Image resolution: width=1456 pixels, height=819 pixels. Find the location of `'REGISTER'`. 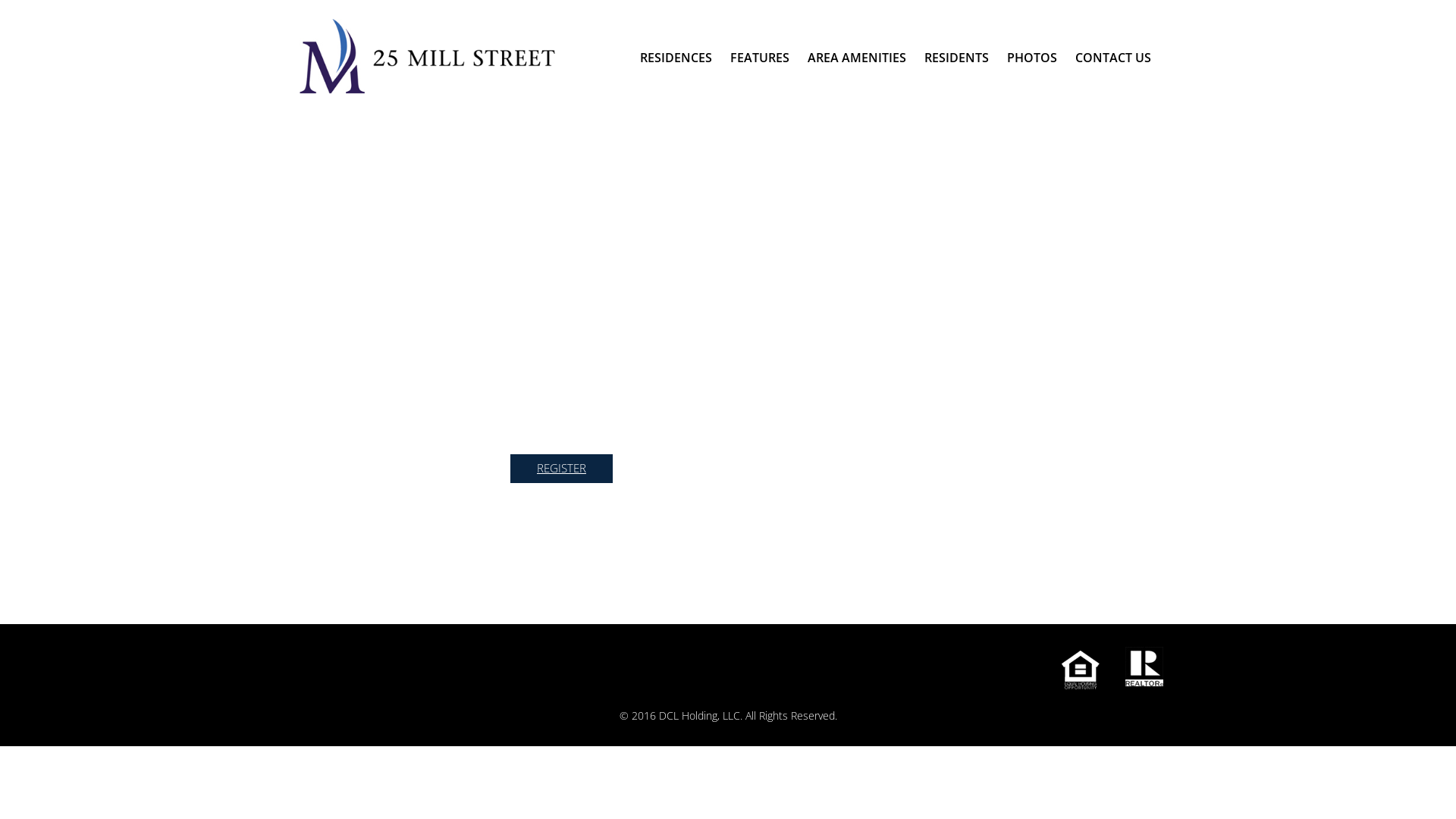

'REGISTER' is located at coordinates (560, 467).